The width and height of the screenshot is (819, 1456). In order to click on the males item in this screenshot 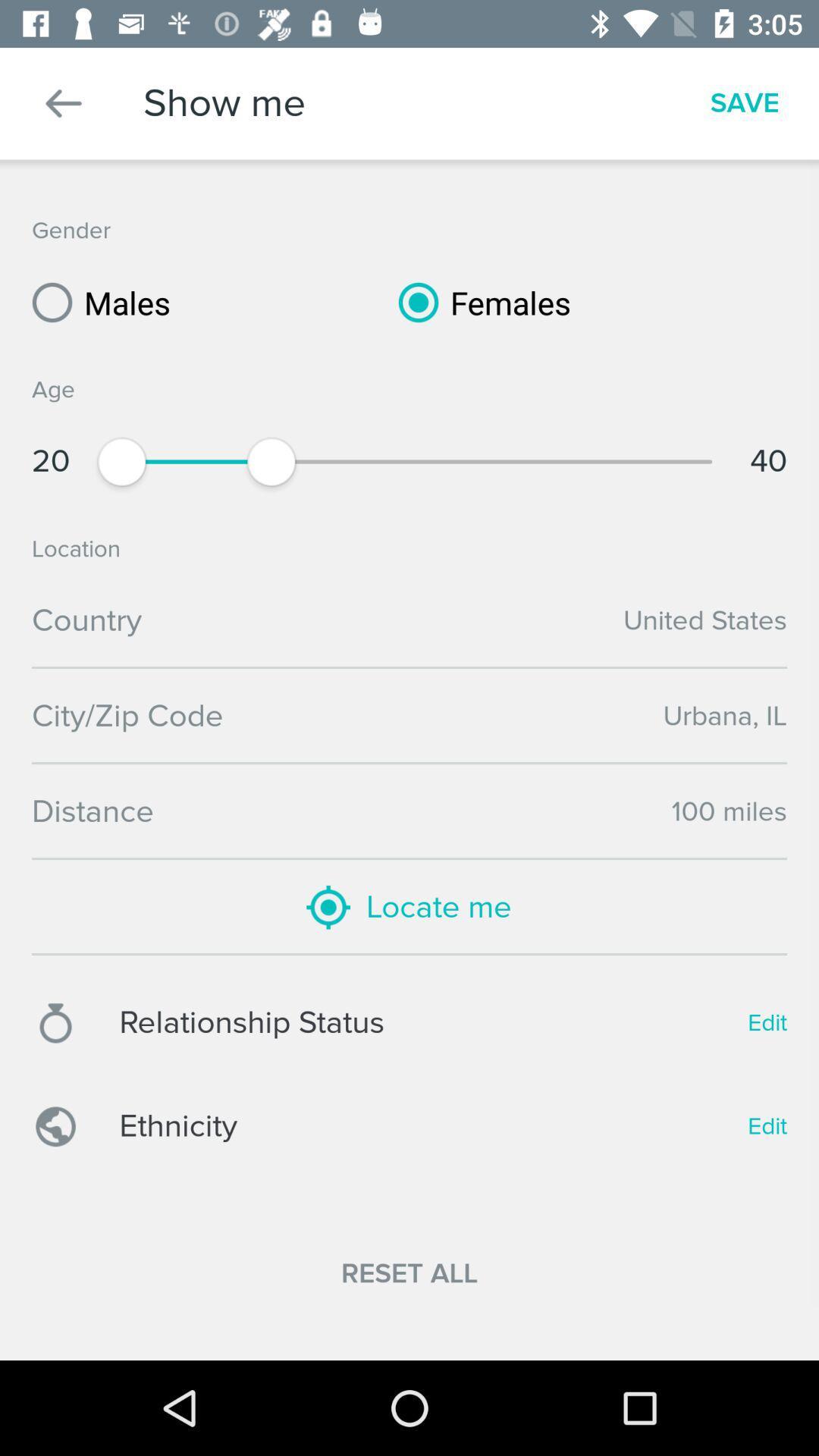, I will do `click(96, 302)`.